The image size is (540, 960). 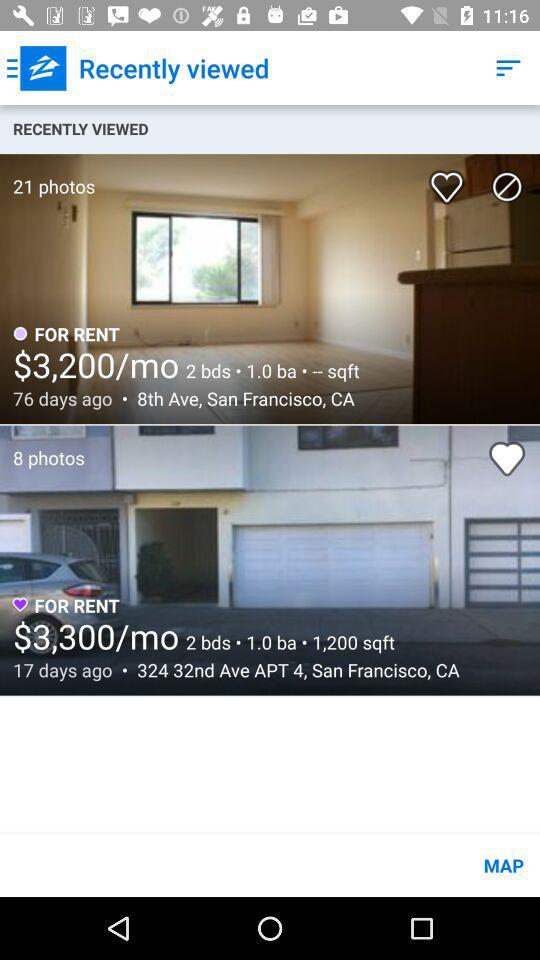 What do you see at coordinates (292, 670) in the screenshot?
I see `the item to the right of the 17 days ago icon` at bounding box center [292, 670].